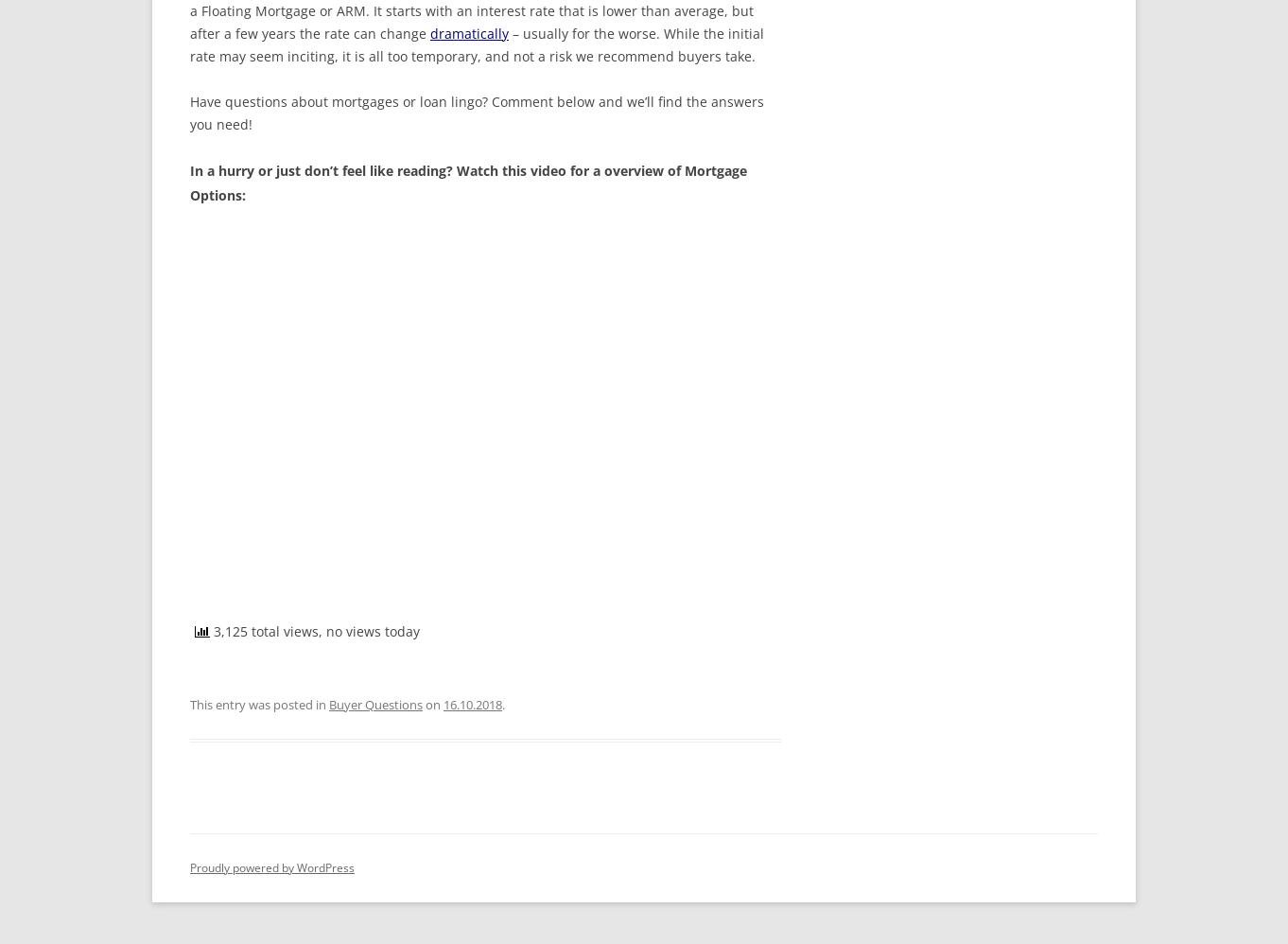  Describe the element at coordinates (476, 44) in the screenshot. I see `'– usually for the worse. While the initial rate may seem inciting, it is all too temporary, and not a risk we recommend buyers take.'` at that location.